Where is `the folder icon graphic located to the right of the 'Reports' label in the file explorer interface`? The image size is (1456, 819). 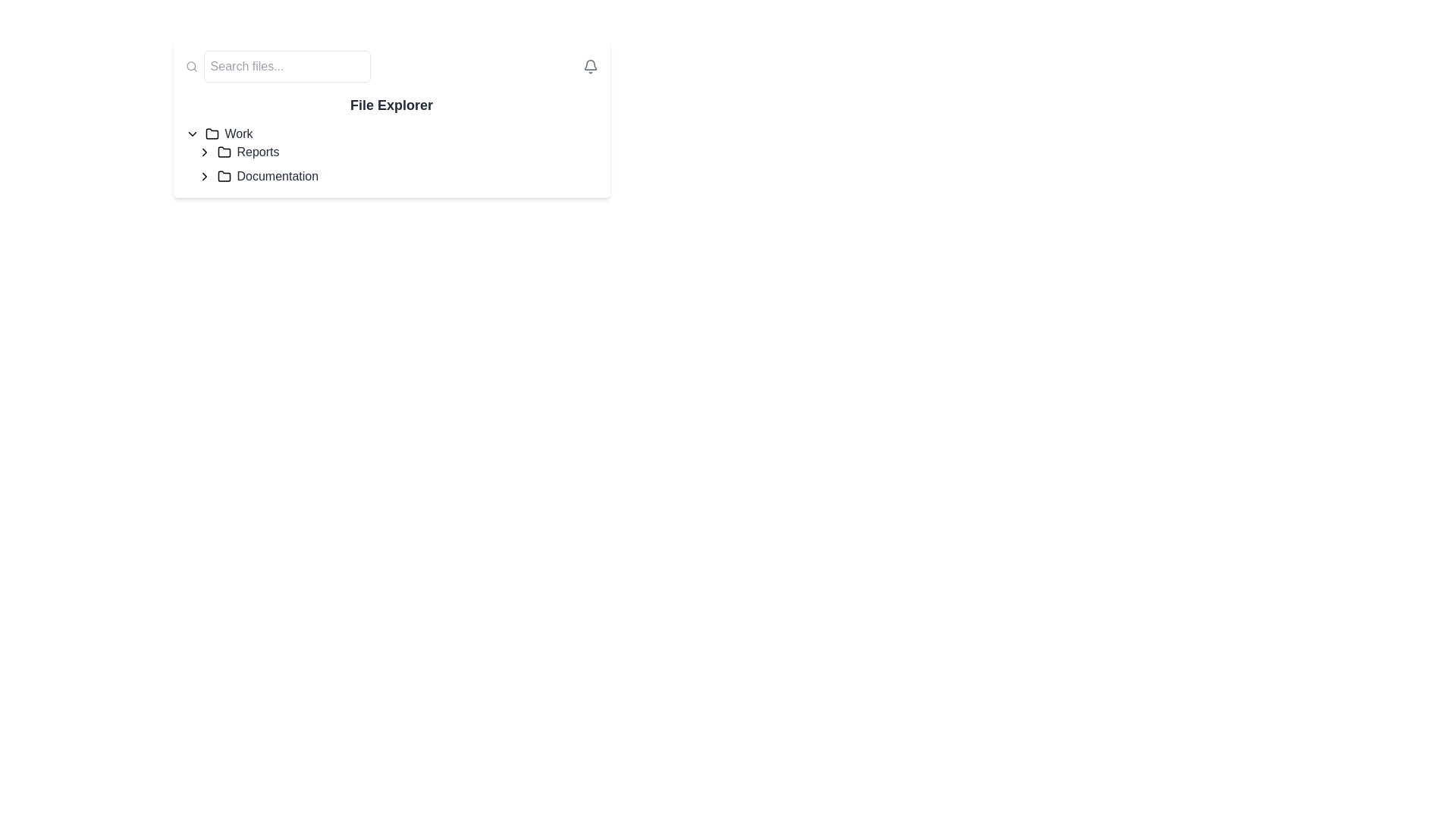
the folder icon graphic located to the right of the 'Reports' label in the file explorer interface is located at coordinates (223, 152).